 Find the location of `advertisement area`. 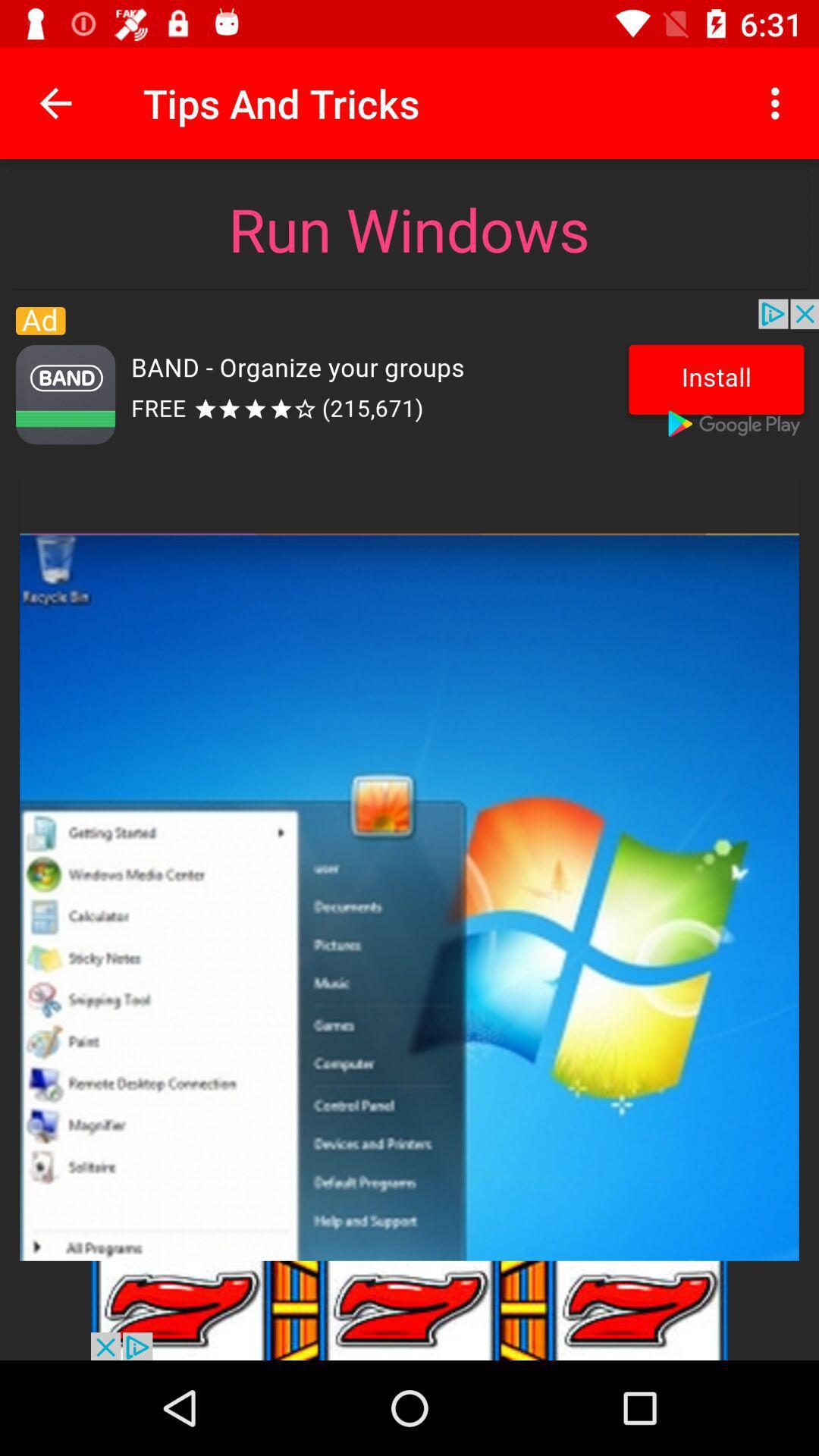

advertisement area is located at coordinates (409, 378).